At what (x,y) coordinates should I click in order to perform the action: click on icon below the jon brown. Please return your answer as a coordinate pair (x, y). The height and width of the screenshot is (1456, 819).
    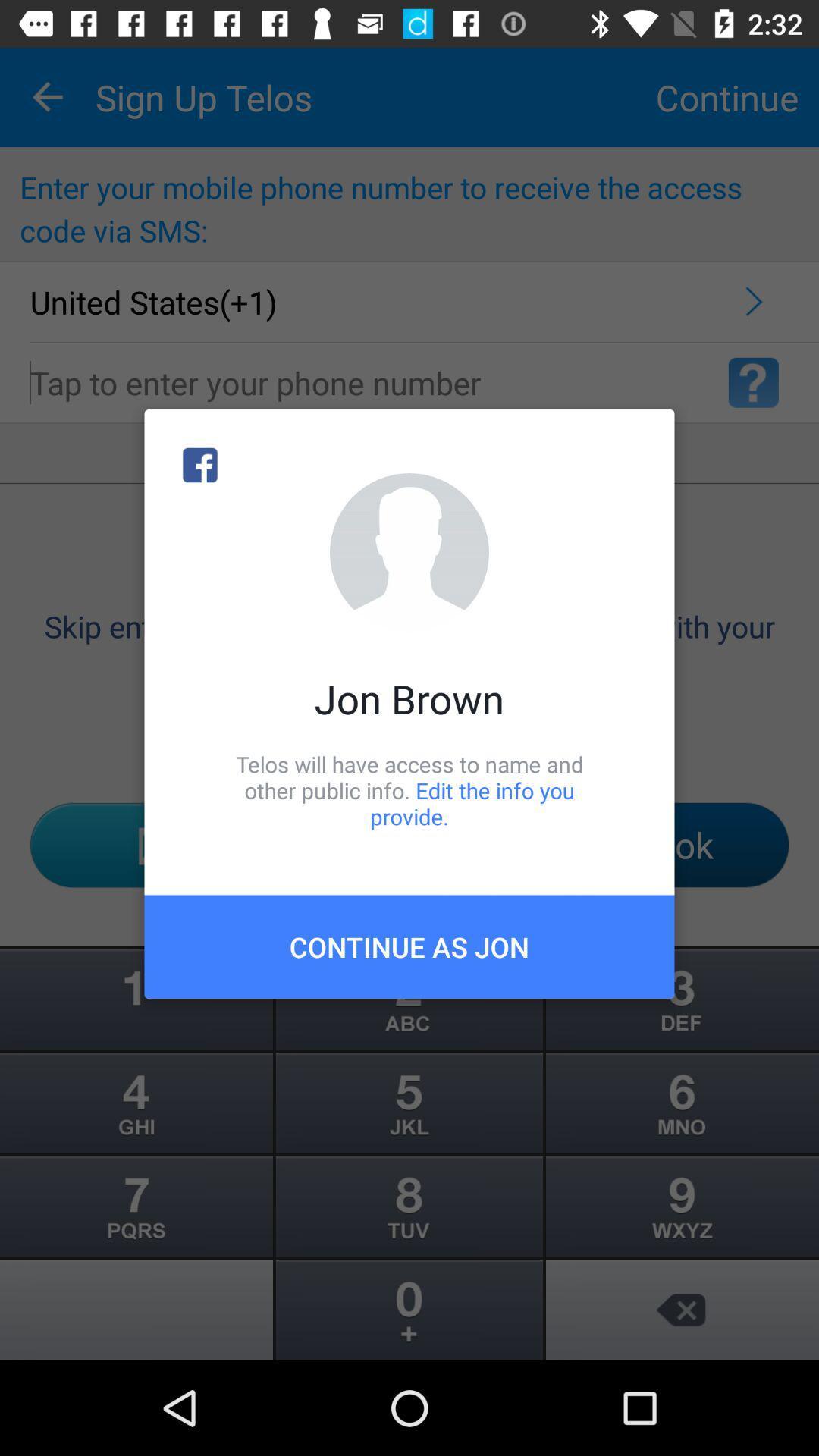
    Looking at the image, I should click on (409, 789).